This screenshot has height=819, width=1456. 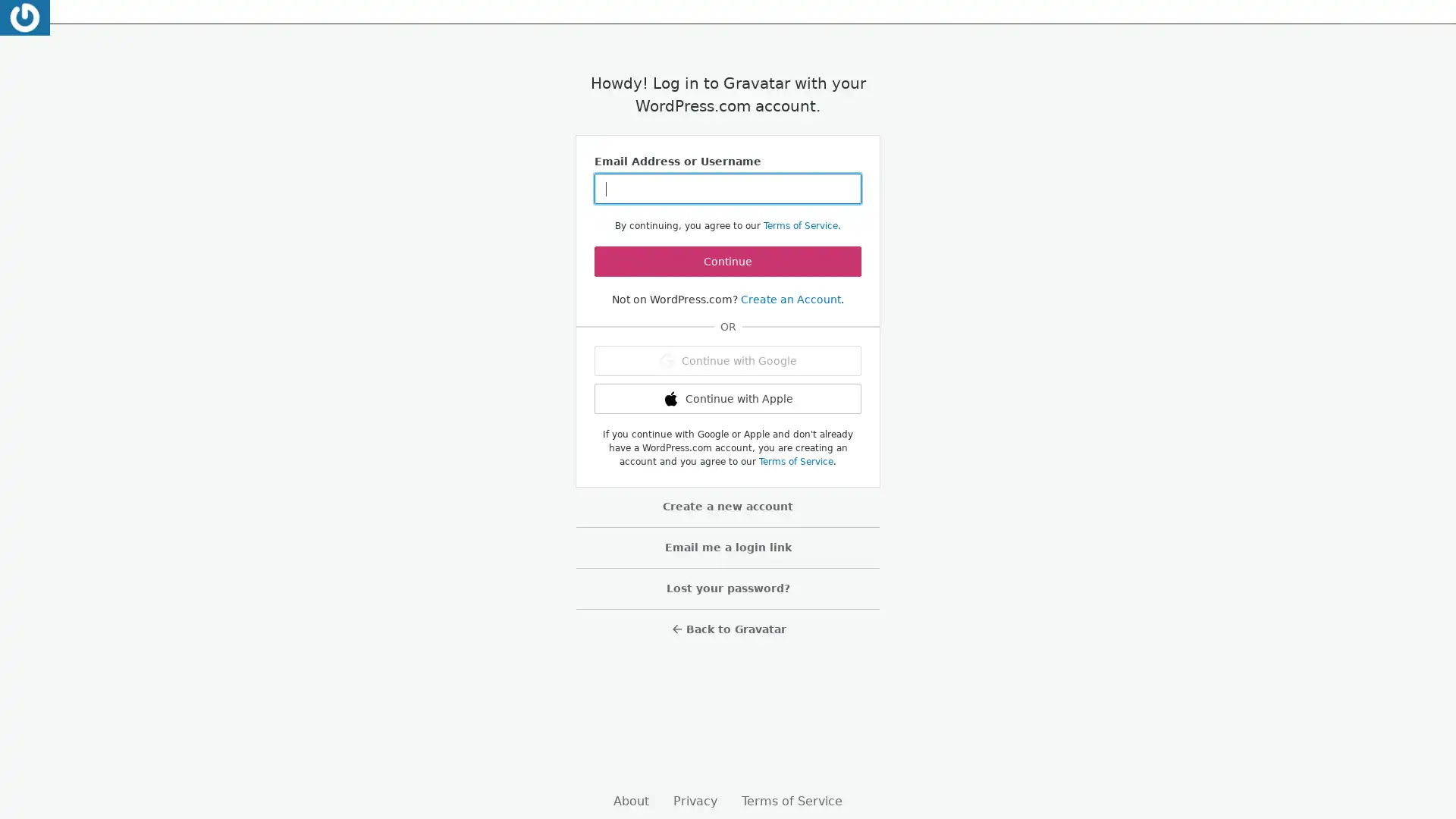 I want to click on Continue, so click(x=728, y=260).